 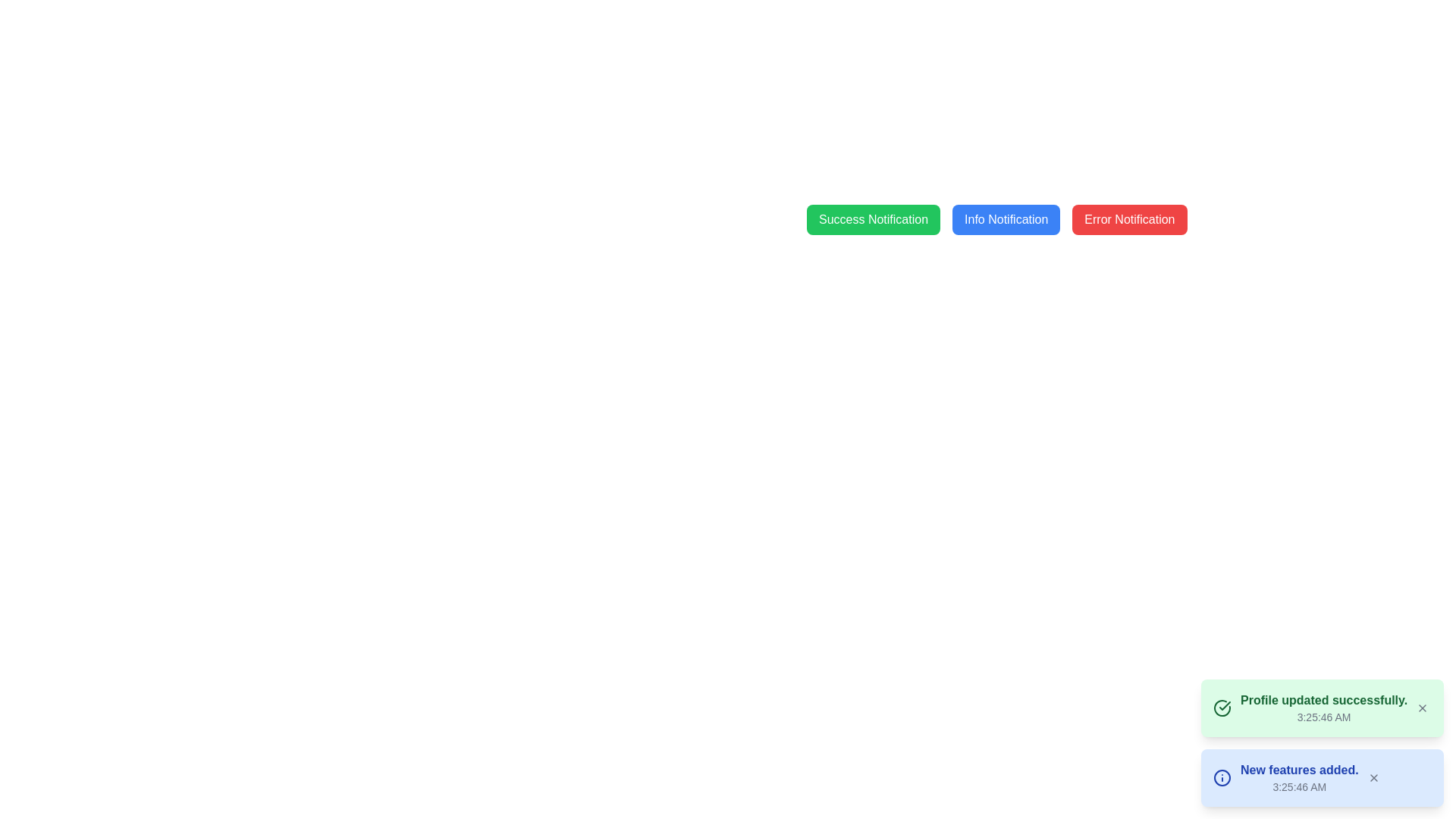 What do you see at coordinates (1321, 742) in the screenshot?
I see `the Notification message box indicating a successful profile update, located in the bottom-right corner of the interface above the blue 'New features added' notification box` at bounding box center [1321, 742].